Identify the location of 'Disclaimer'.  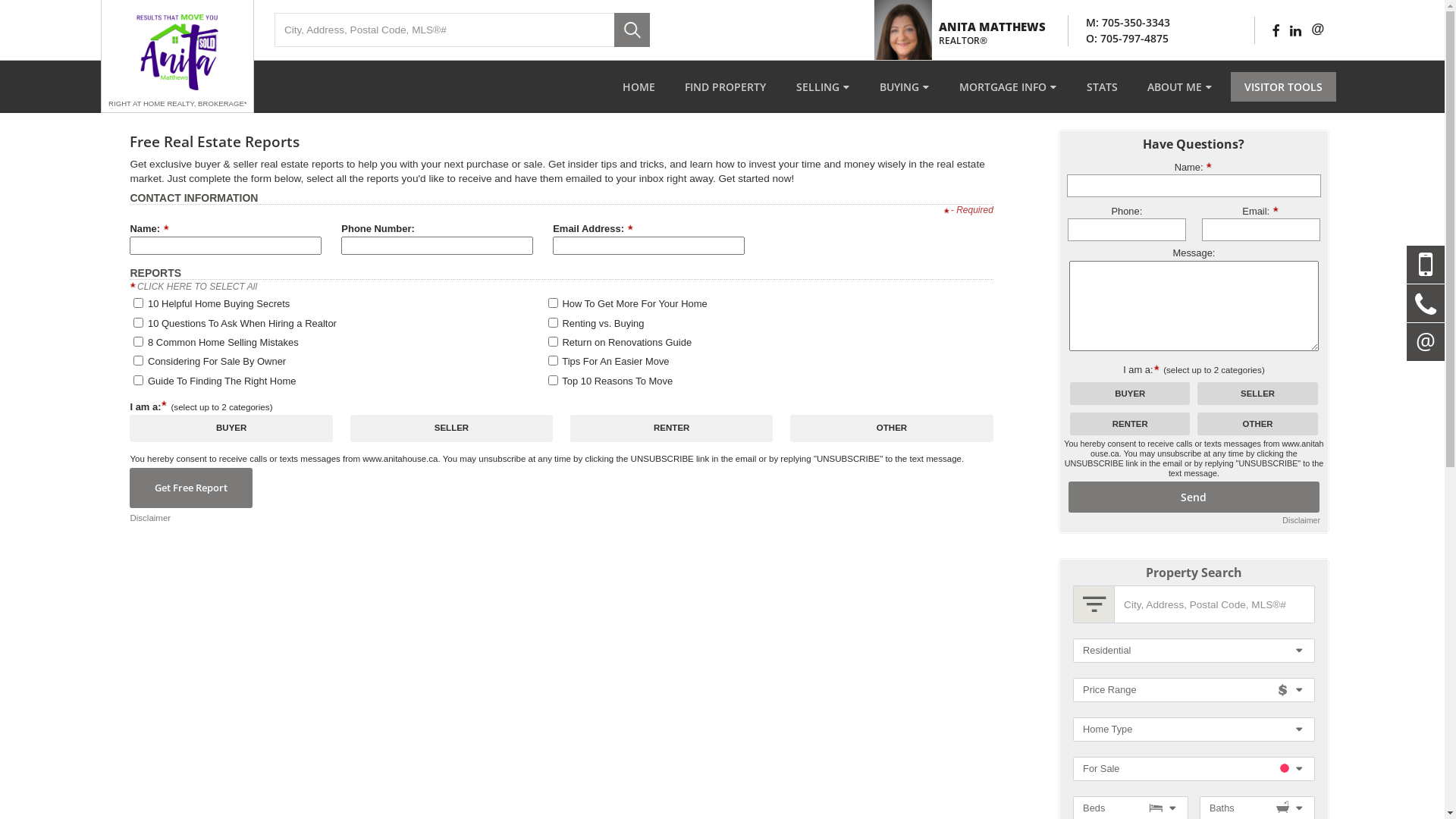
(149, 517).